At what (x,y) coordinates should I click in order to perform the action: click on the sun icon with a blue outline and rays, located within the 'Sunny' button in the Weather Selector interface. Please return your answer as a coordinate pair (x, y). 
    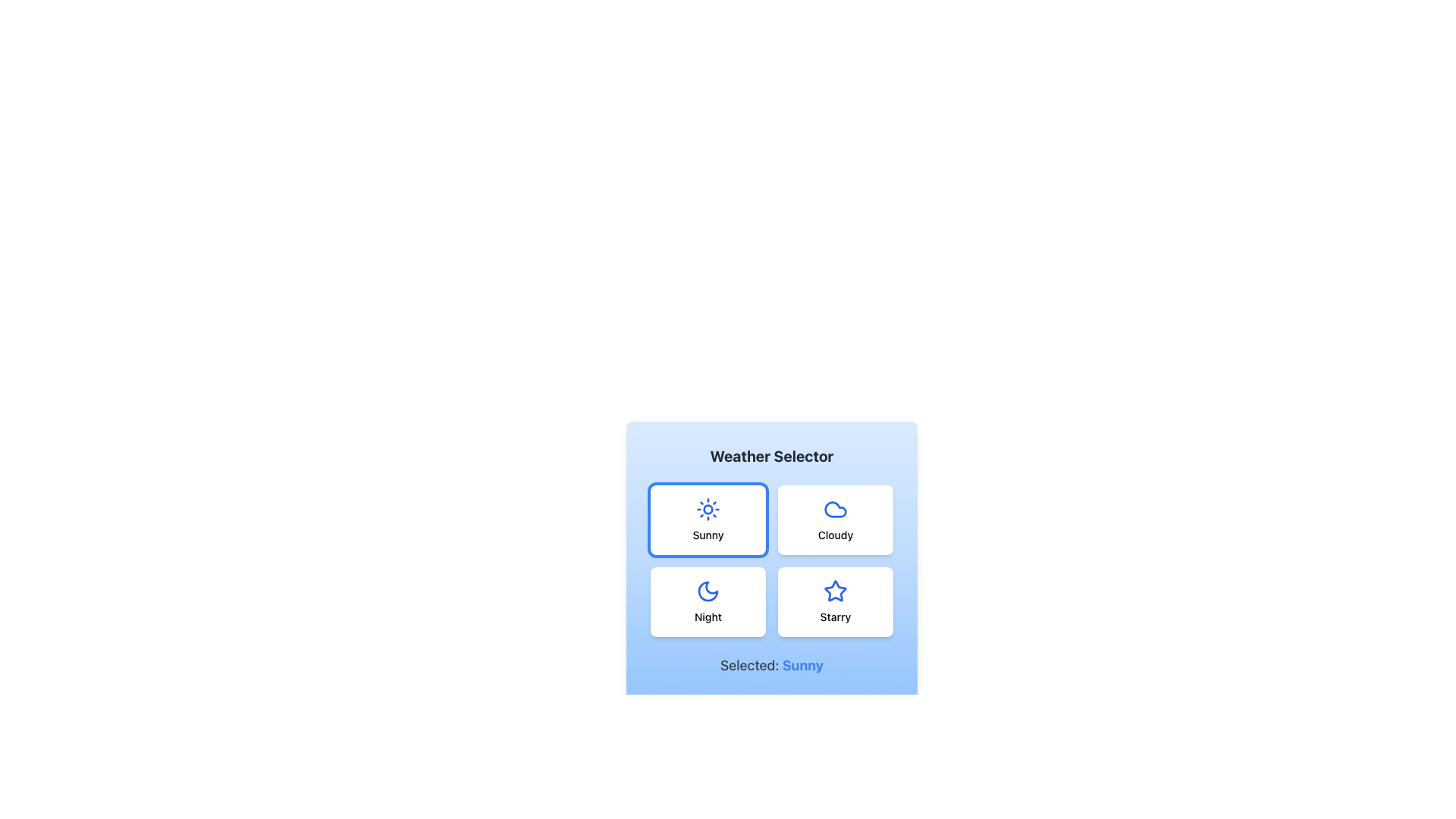
    Looking at the image, I should click on (708, 509).